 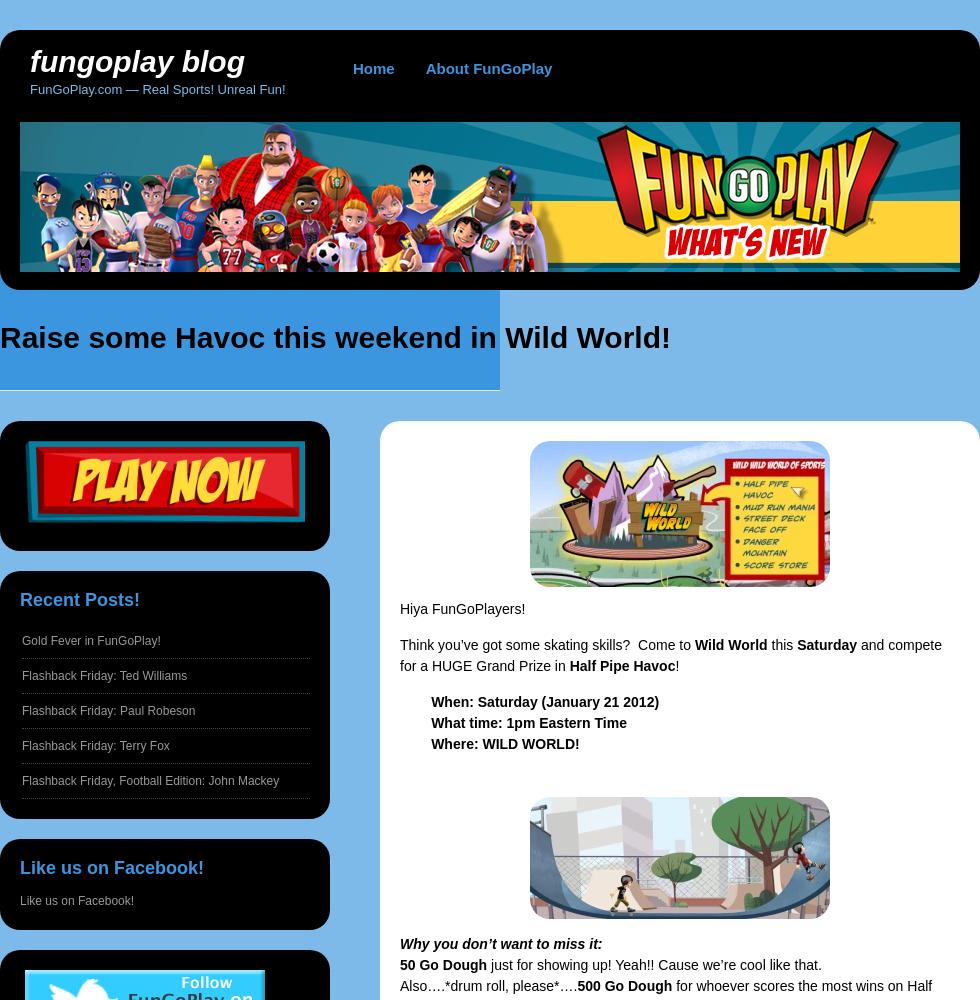 I want to click on 'FunGoPlay Blog', so click(x=29, y=61).